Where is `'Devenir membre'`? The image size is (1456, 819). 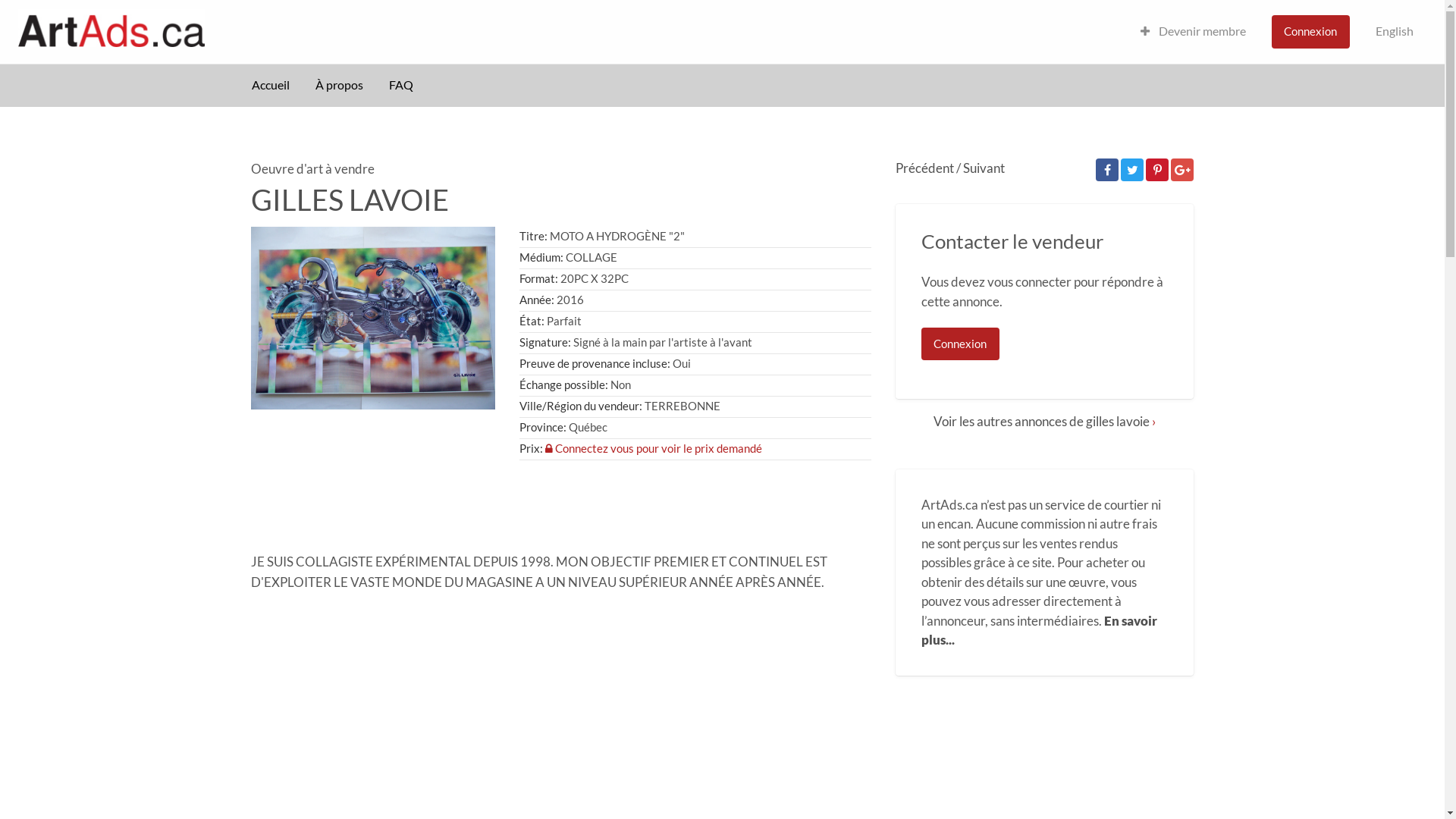
'Devenir membre' is located at coordinates (1192, 31).